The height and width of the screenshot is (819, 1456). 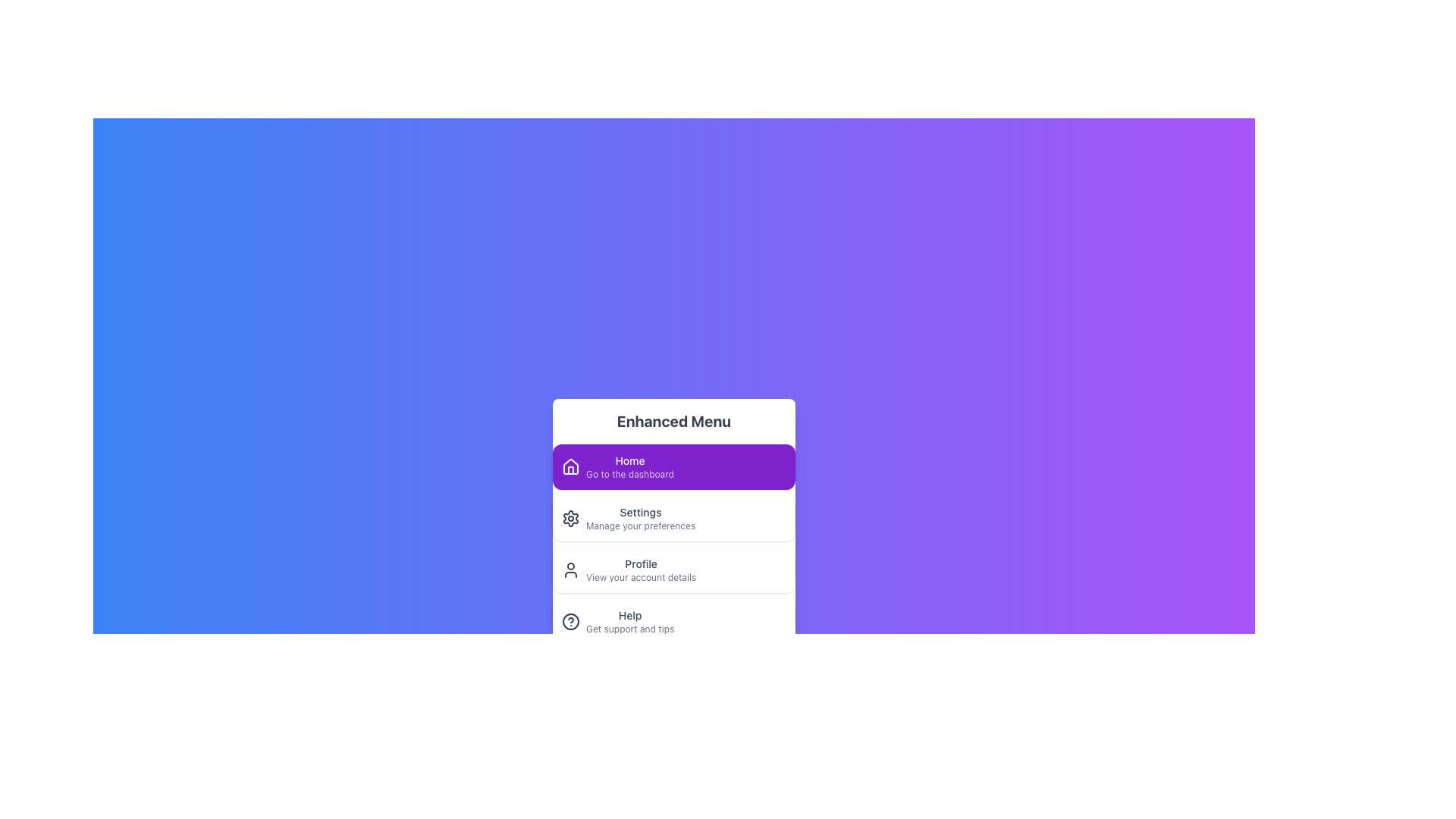 I want to click on the descriptive subtitle Text Label that provides additional information for the 'Help' menu option, located below the main options and adjacent to the 'Help' icon, so click(x=630, y=629).